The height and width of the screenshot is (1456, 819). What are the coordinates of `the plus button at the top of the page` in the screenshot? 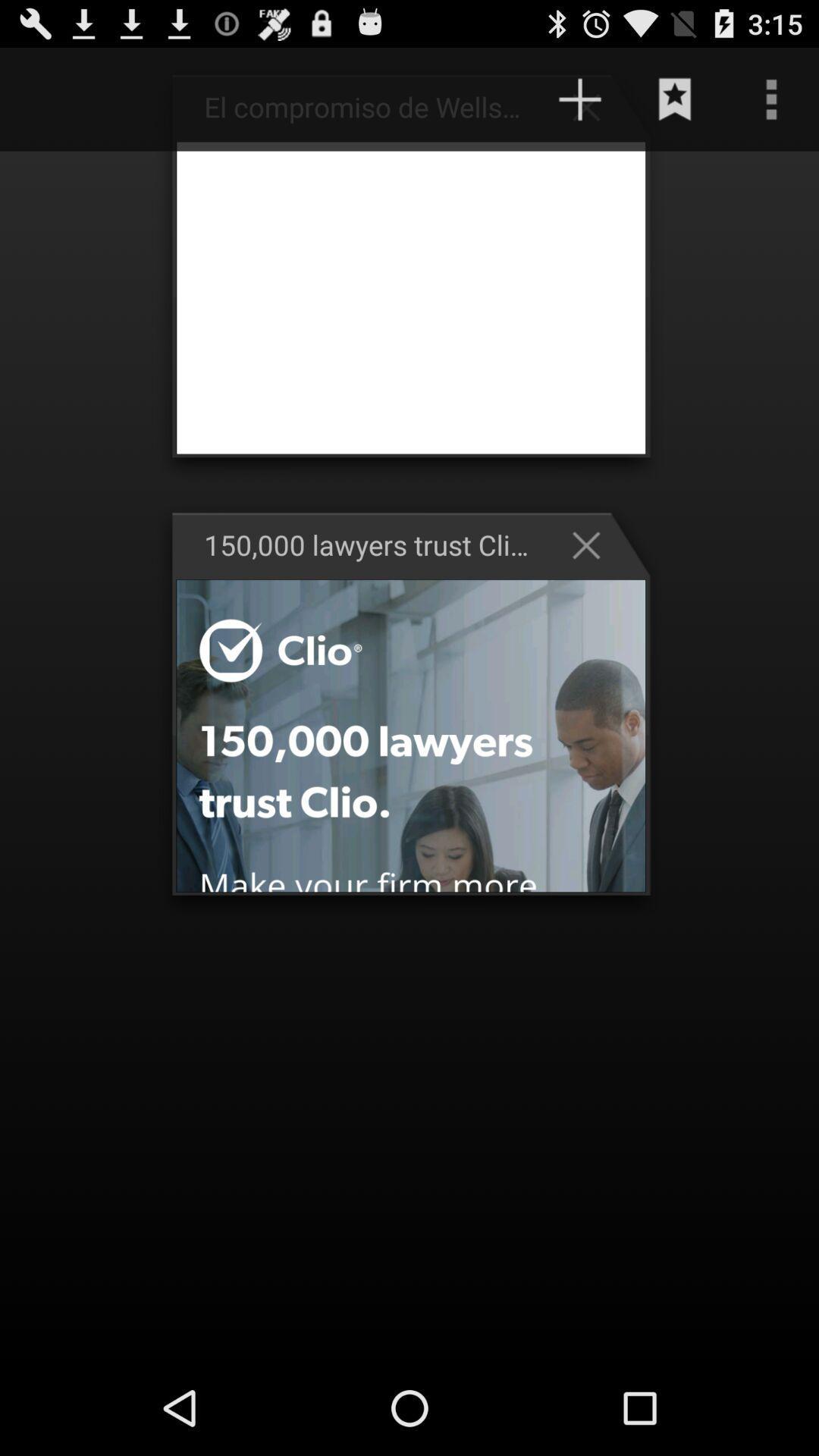 It's located at (579, 99).